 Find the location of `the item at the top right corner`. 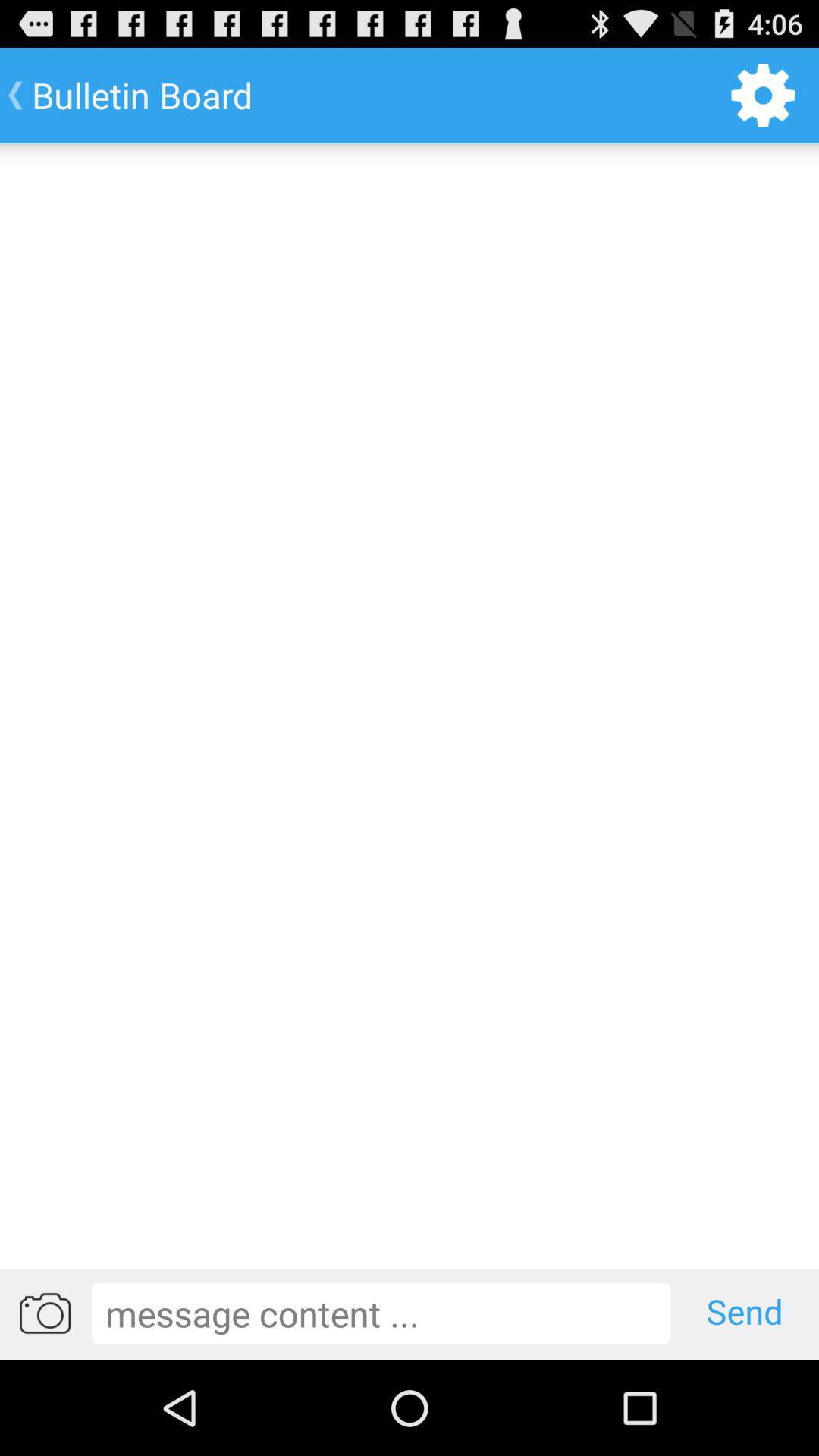

the item at the top right corner is located at coordinates (763, 94).